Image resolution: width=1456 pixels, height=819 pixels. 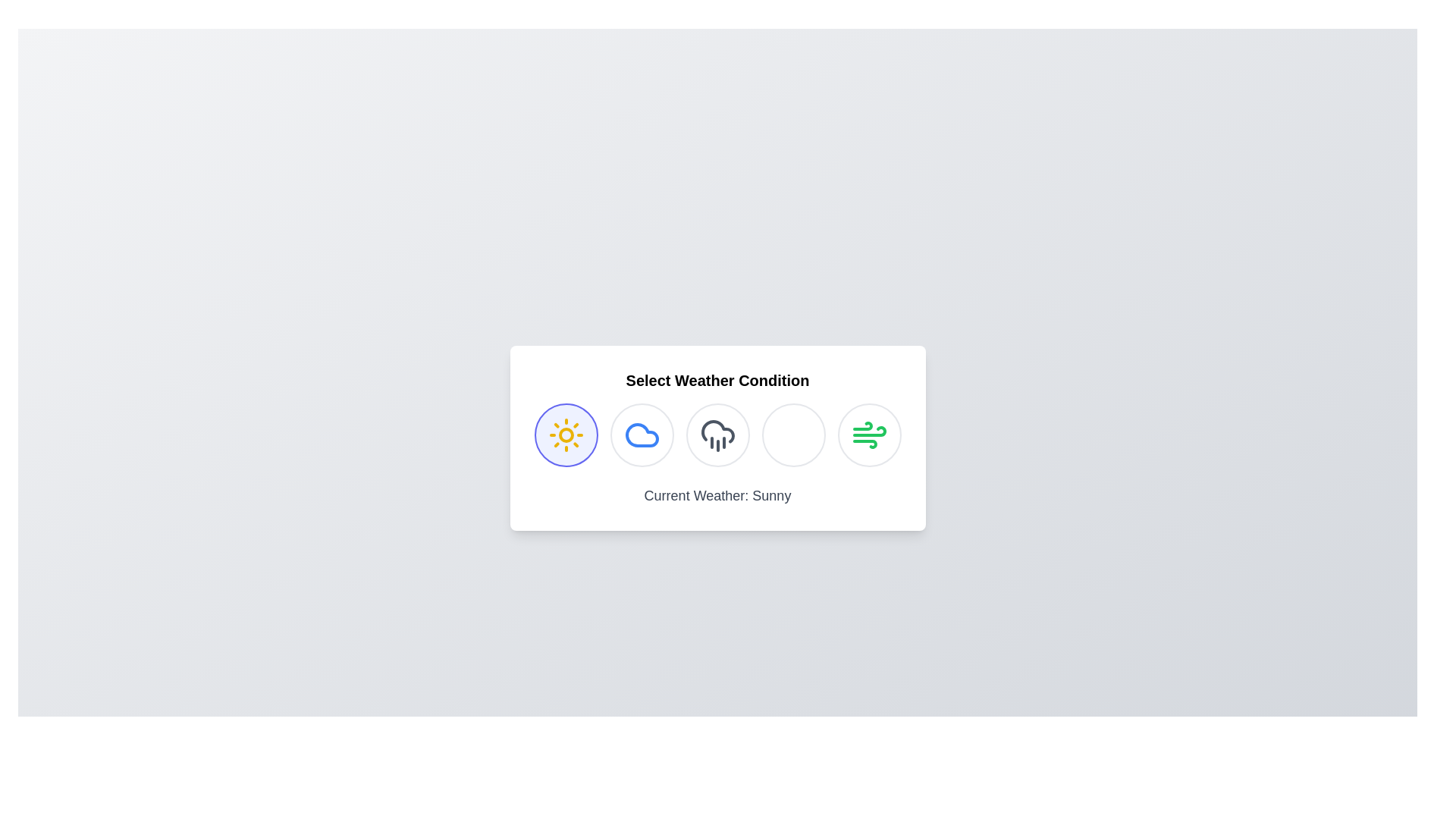 What do you see at coordinates (642, 435) in the screenshot?
I see `the blue cloud icon button` at bounding box center [642, 435].